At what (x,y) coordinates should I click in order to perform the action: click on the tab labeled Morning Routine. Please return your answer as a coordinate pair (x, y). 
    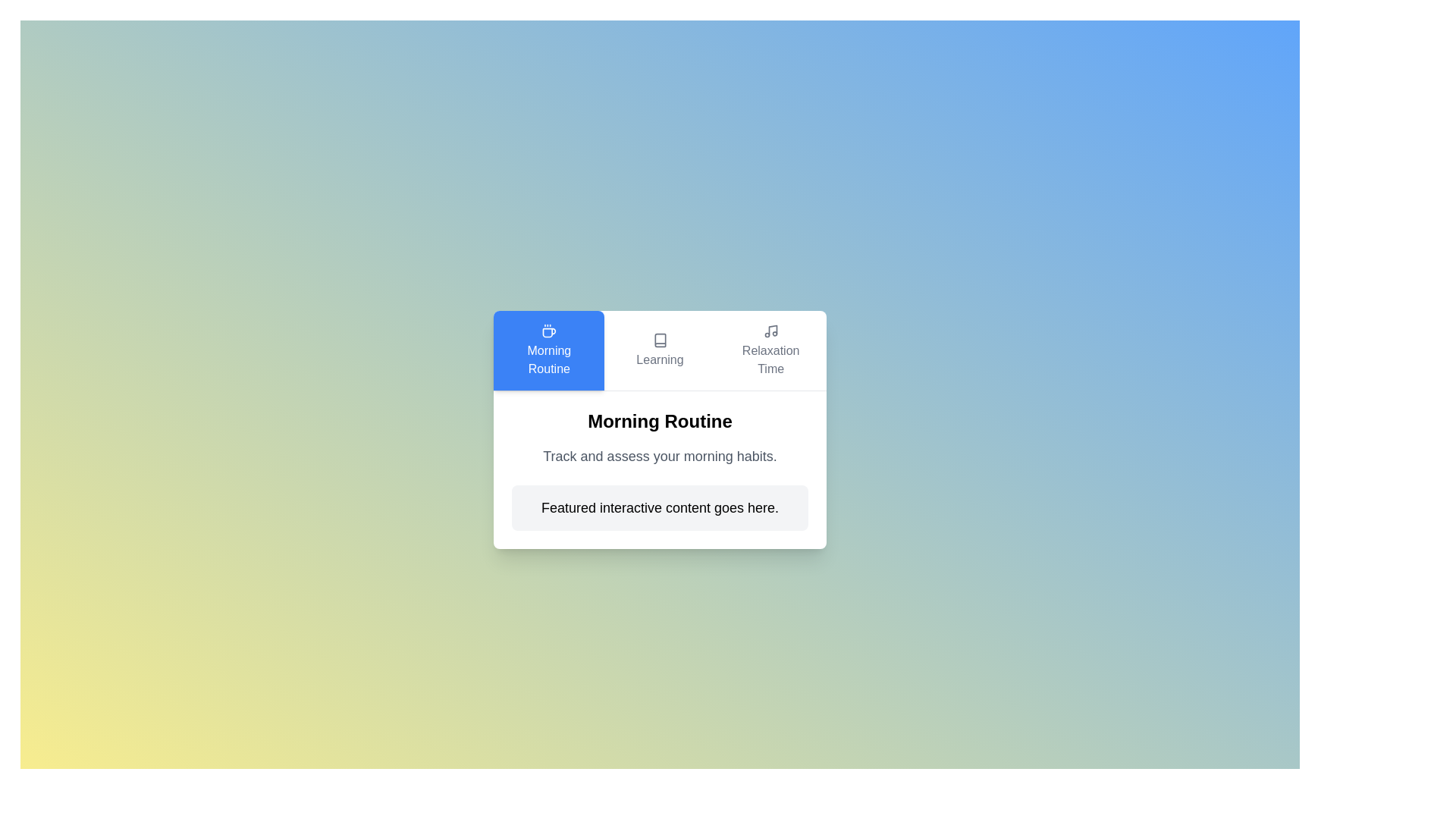
    Looking at the image, I should click on (548, 350).